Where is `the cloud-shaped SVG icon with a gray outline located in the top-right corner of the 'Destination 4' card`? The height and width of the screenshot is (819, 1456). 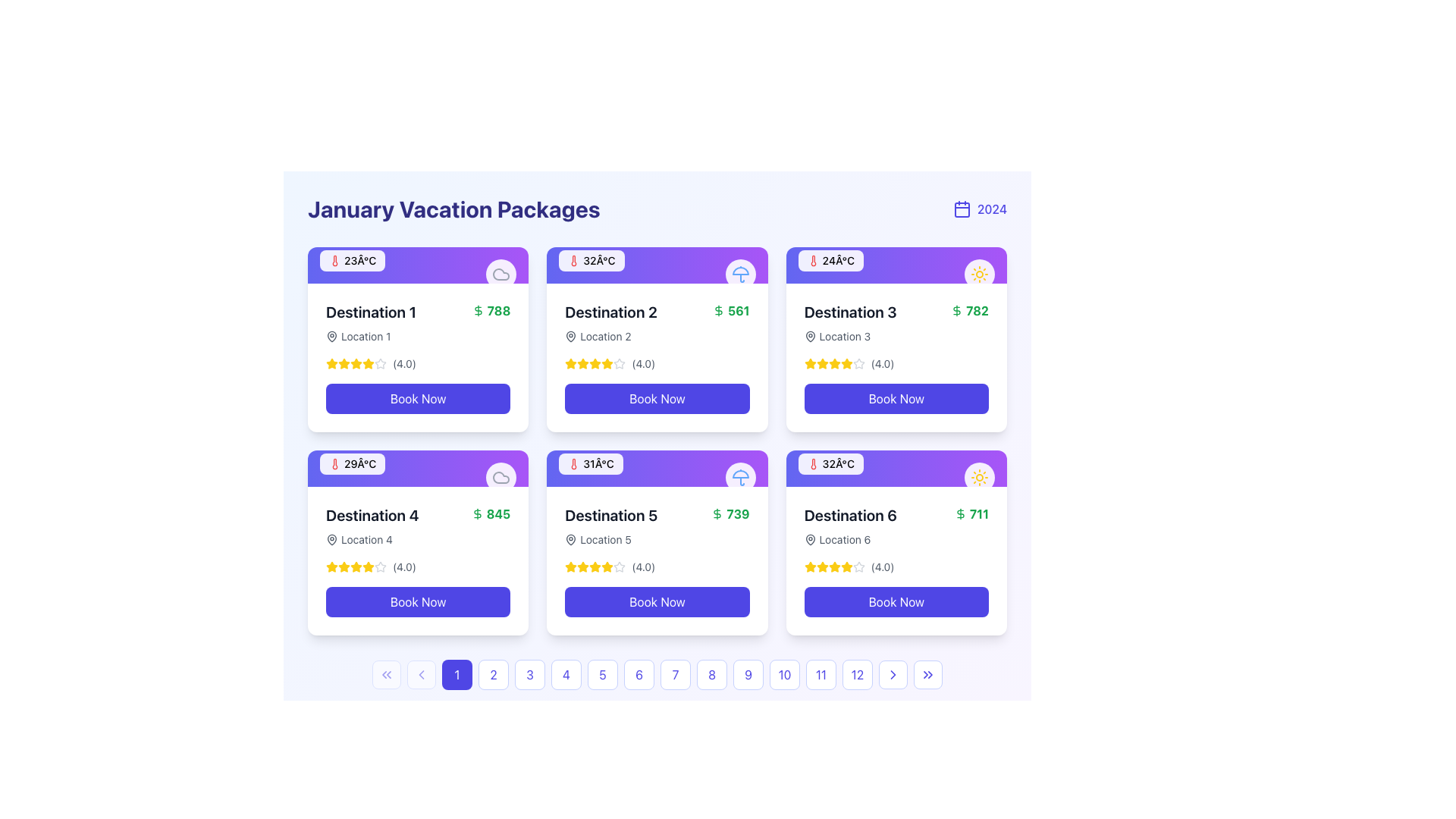
the cloud-shaped SVG icon with a gray outline located in the top-right corner of the 'Destination 4' card is located at coordinates (501, 275).